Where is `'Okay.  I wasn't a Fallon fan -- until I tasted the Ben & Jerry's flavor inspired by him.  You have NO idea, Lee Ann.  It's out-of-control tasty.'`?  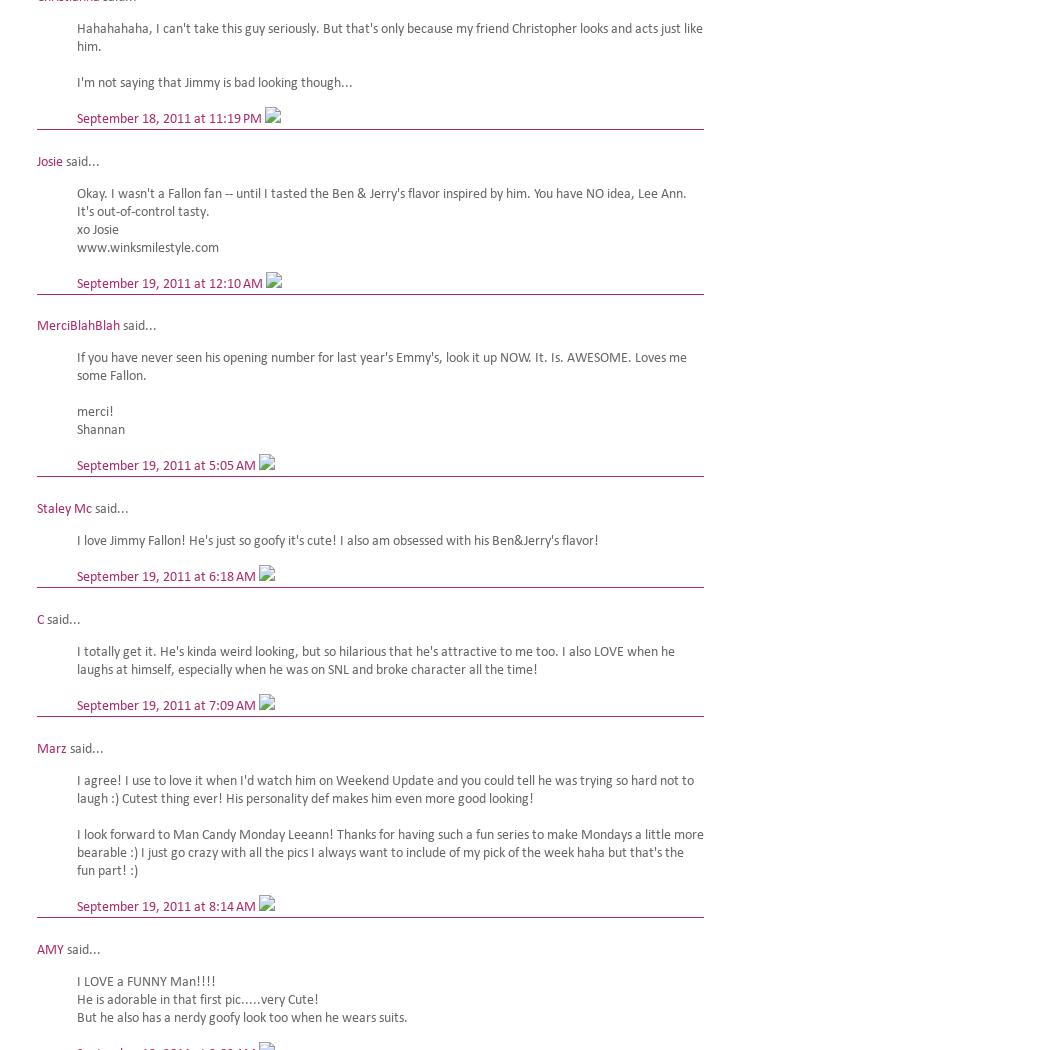 'Okay.  I wasn't a Fallon fan -- until I tasted the Ben & Jerry's flavor inspired by him.  You have NO idea, Lee Ann.  It's out-of-control tasty.' is located at coordinates (382, 201).